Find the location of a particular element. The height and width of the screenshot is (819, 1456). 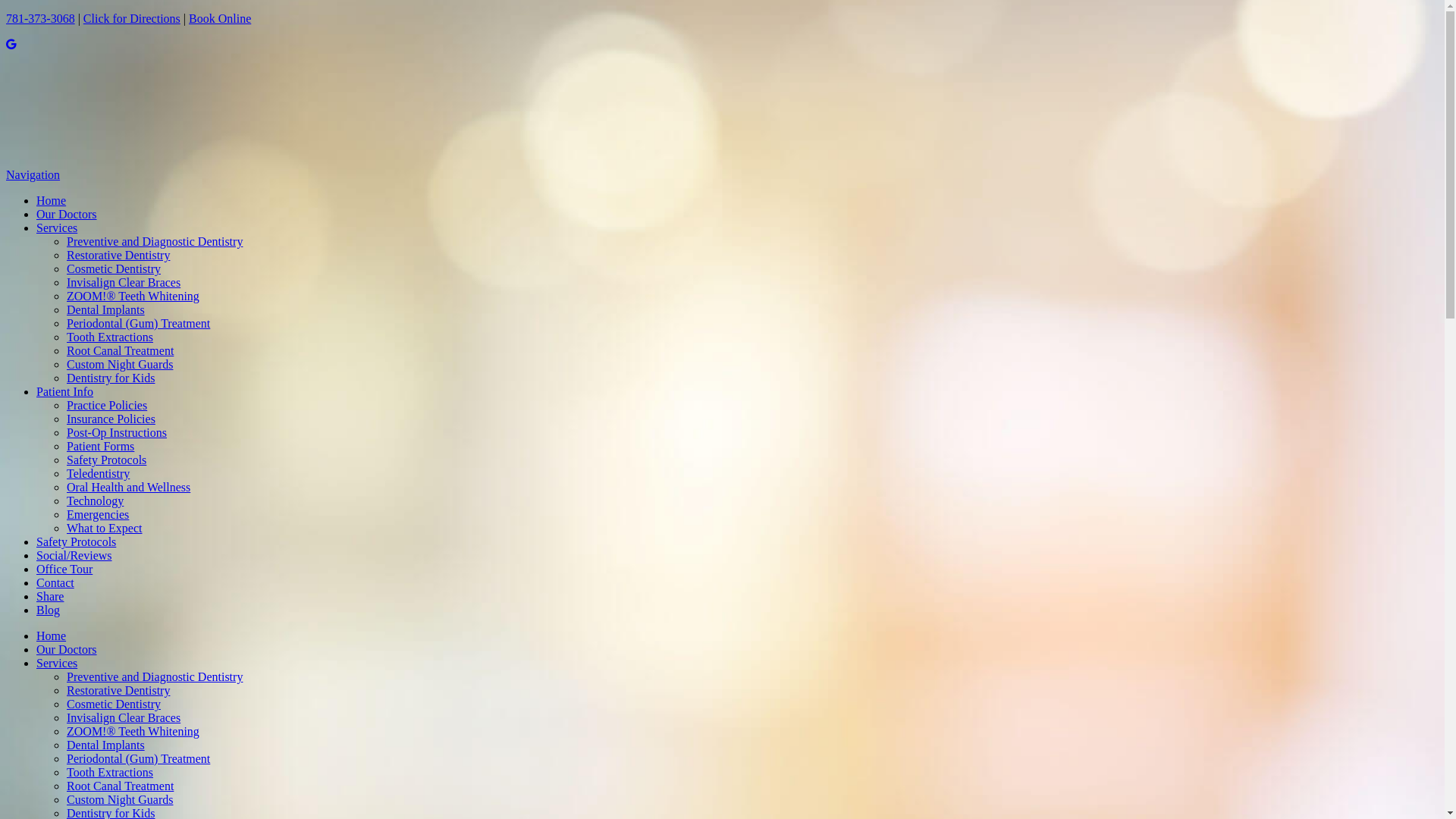

'What to Expect' is located at coordinates (104, 527).